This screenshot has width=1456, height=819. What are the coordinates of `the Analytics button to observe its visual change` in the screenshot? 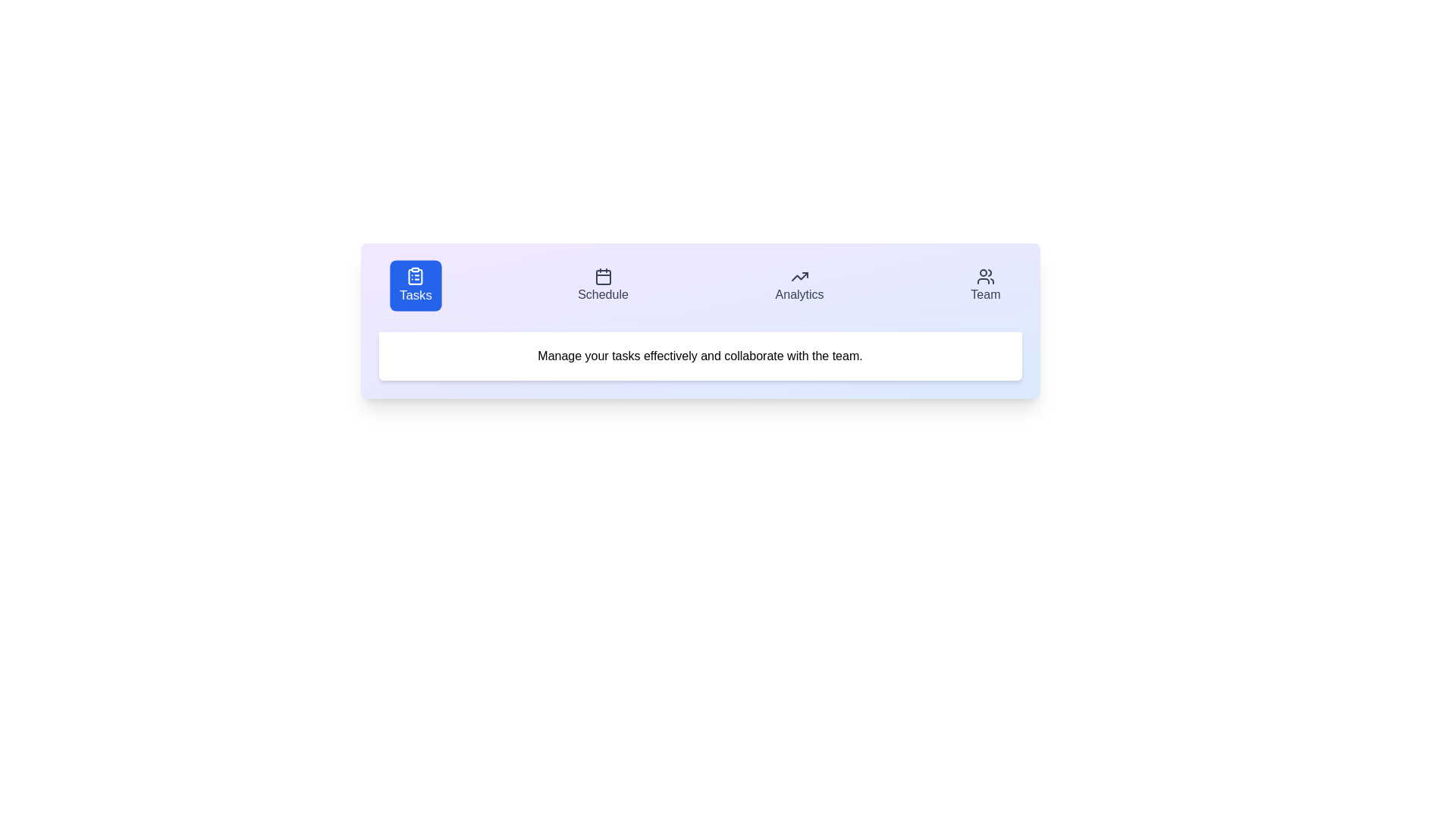 It's located at (799, 286).